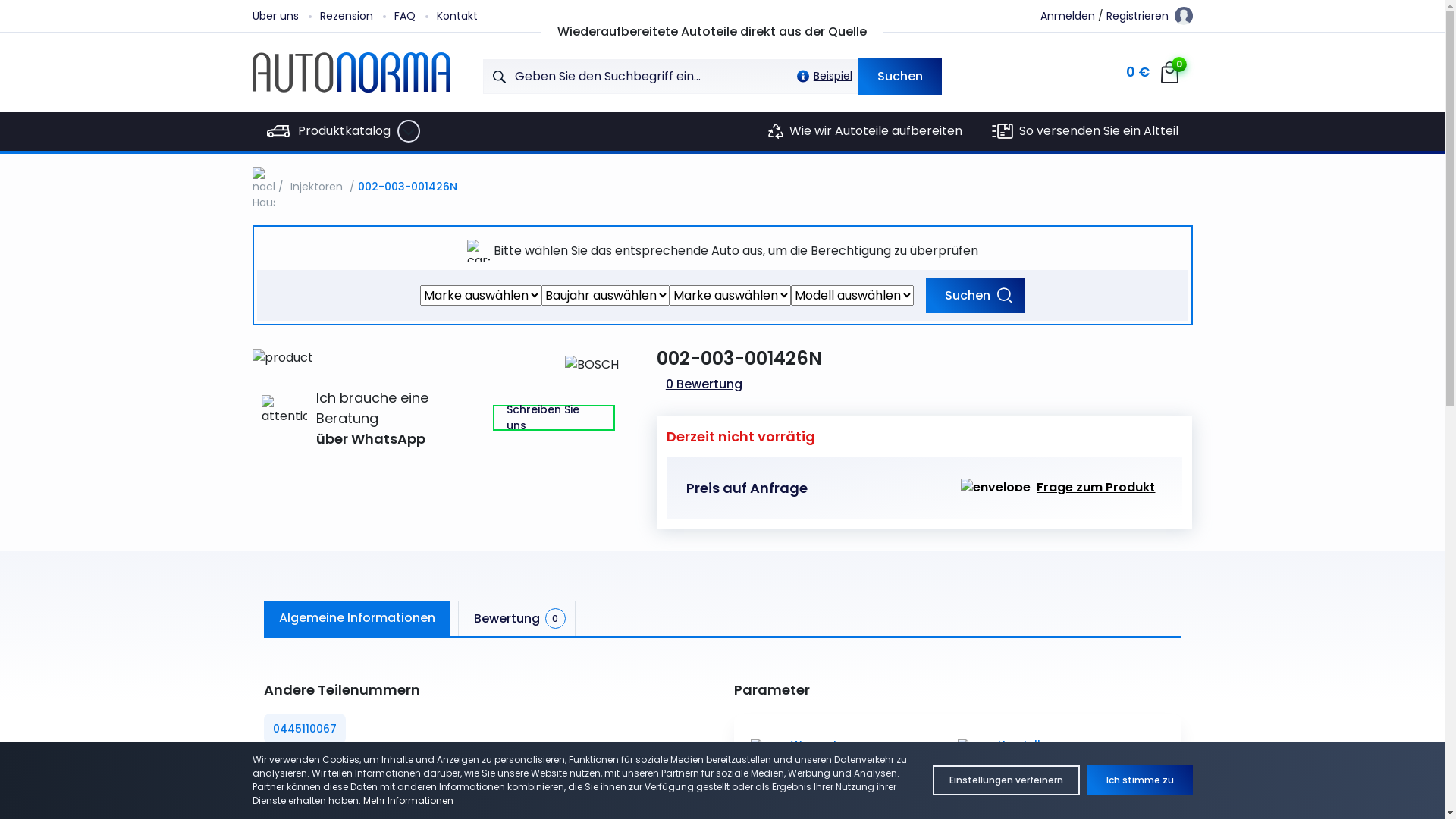  Describe the element at coordinates (356, 618) in the screenshot. I see `'Algemeine Informationen'` at that location.